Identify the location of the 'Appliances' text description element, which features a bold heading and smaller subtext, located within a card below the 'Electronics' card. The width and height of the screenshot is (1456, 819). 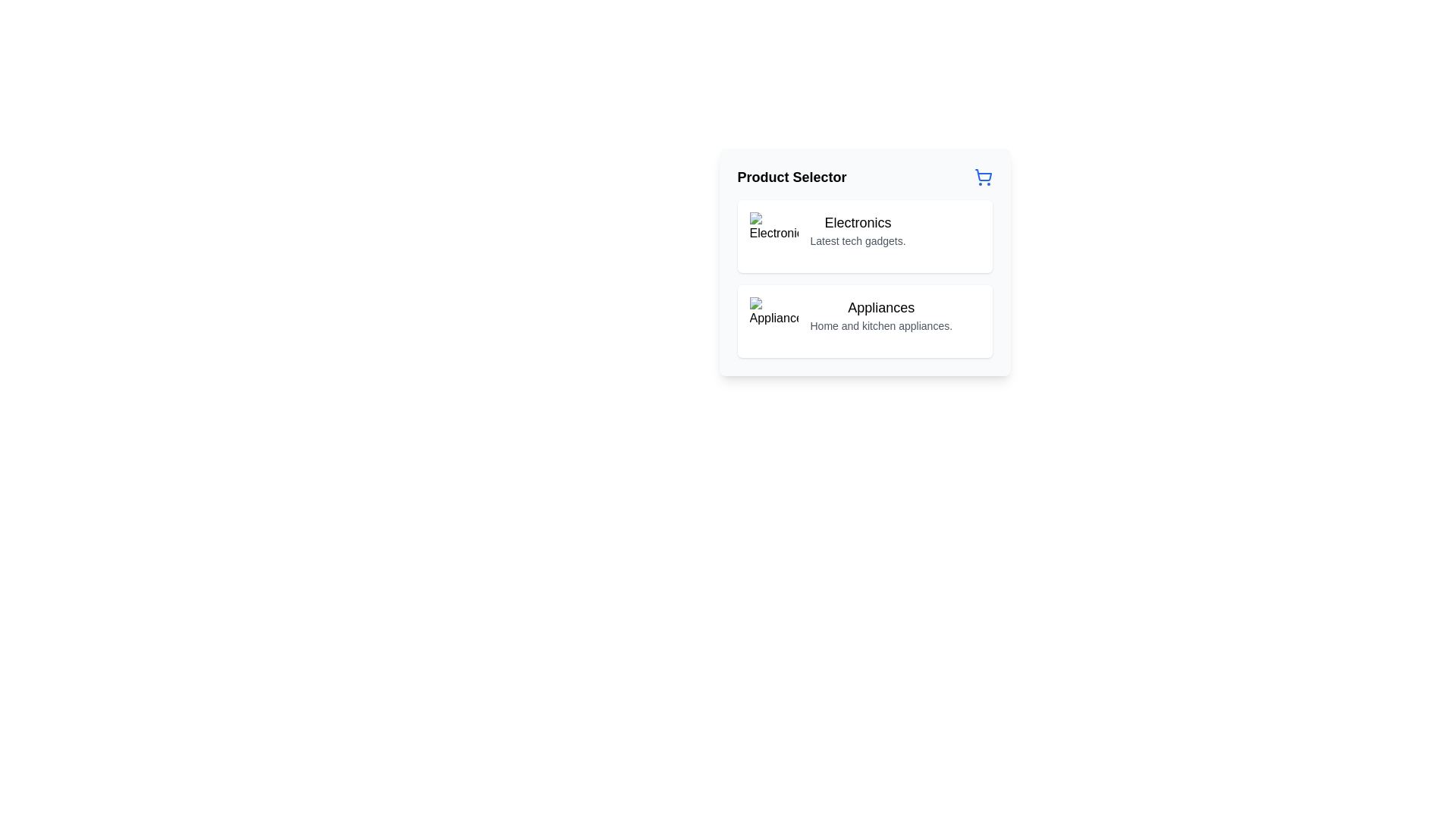
(881, 315).